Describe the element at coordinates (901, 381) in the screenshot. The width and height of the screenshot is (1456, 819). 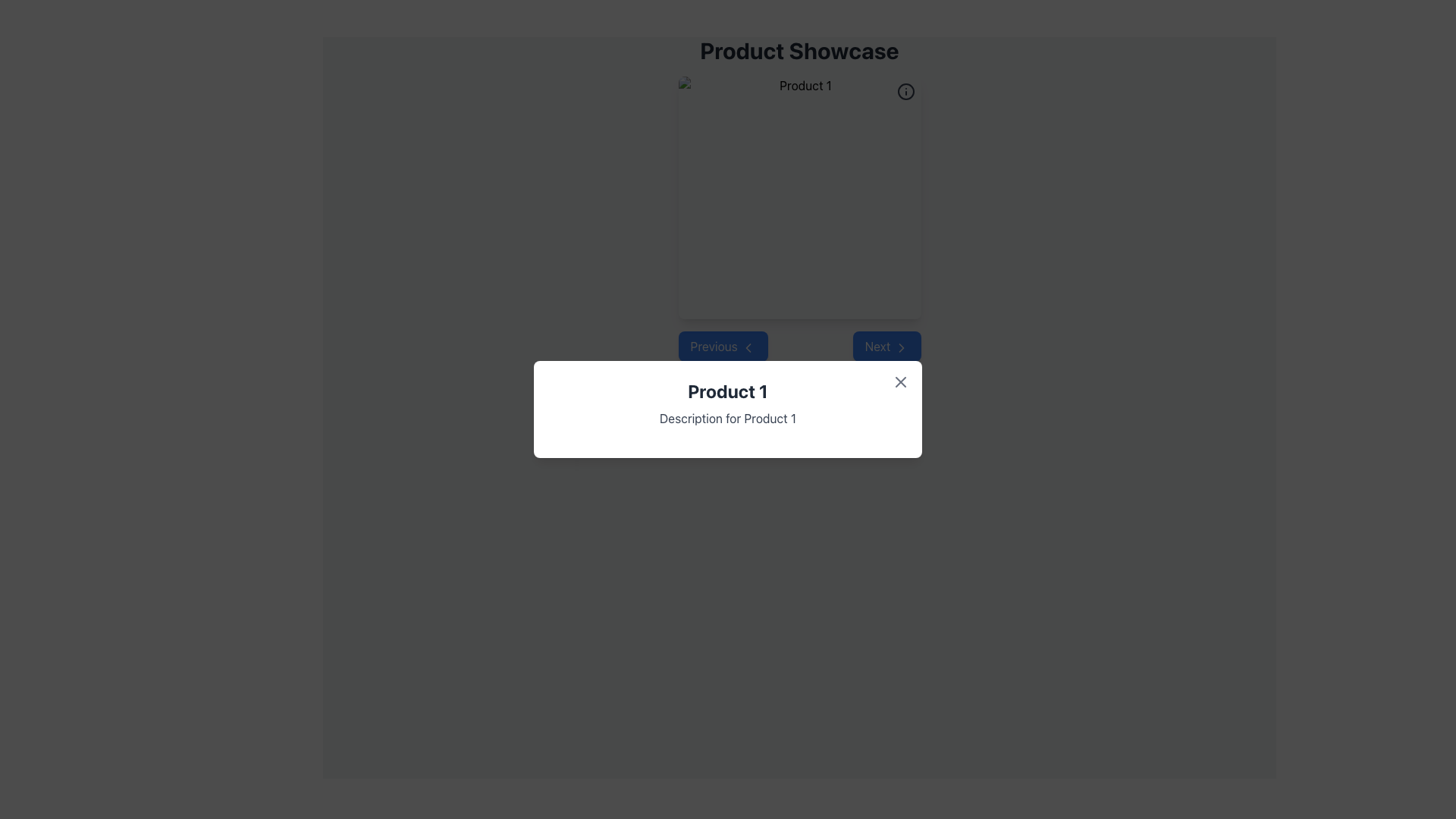
I see `the small square close button featuring a gray 'X' icon to change its color` at that location.